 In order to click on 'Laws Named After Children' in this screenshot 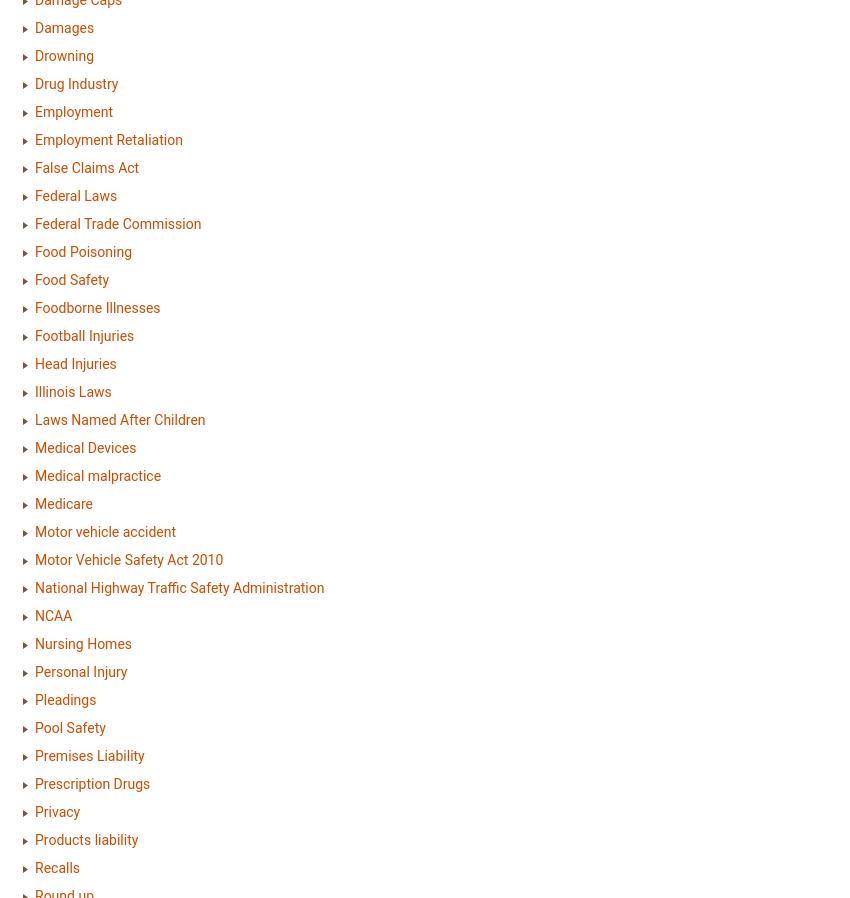, I will do `click(119, 419)`.